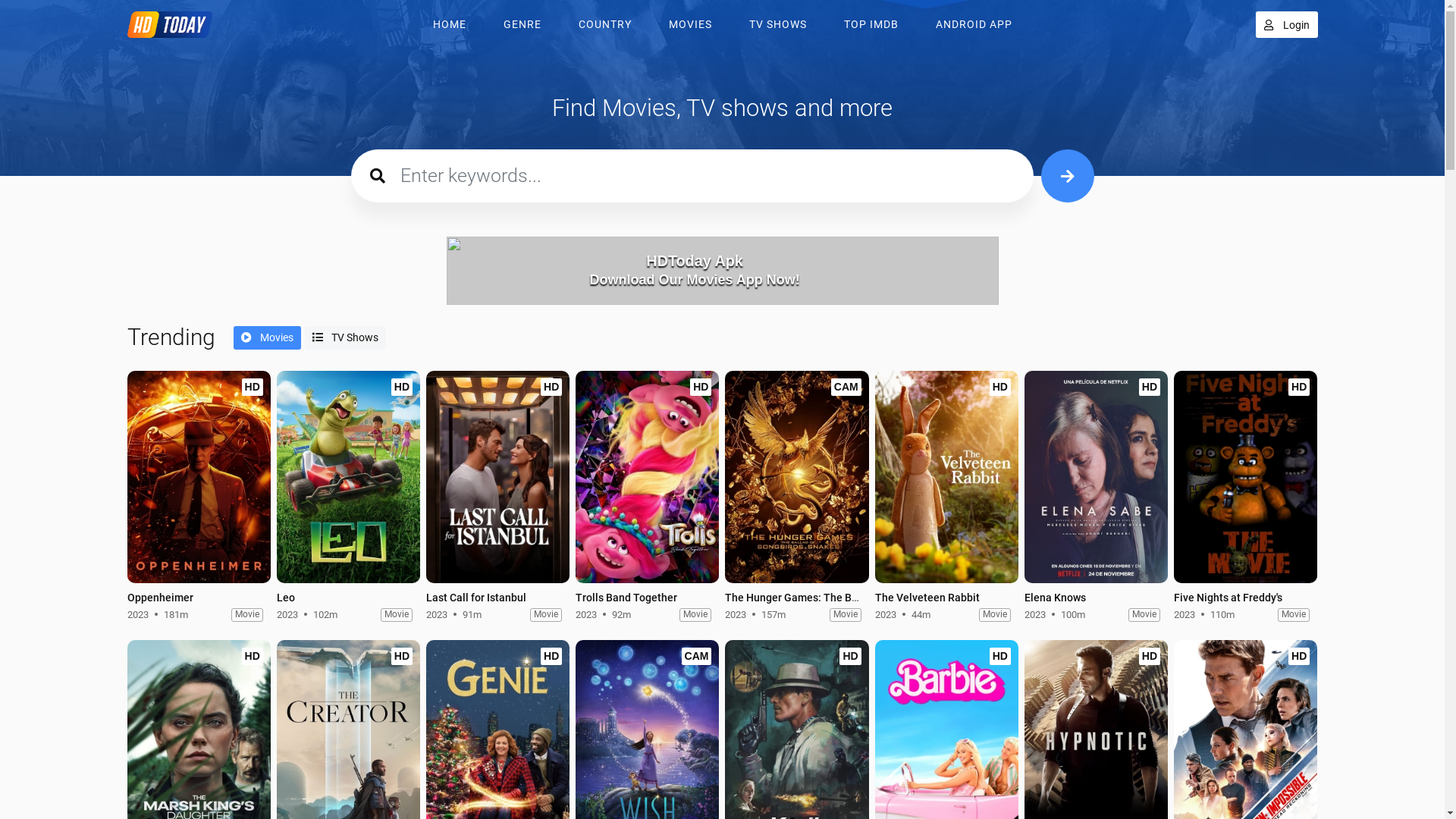  What do you see at coordinates (174, 24) in the screenshot?
I see `'HDToday'` at bounding box center [174, 24].